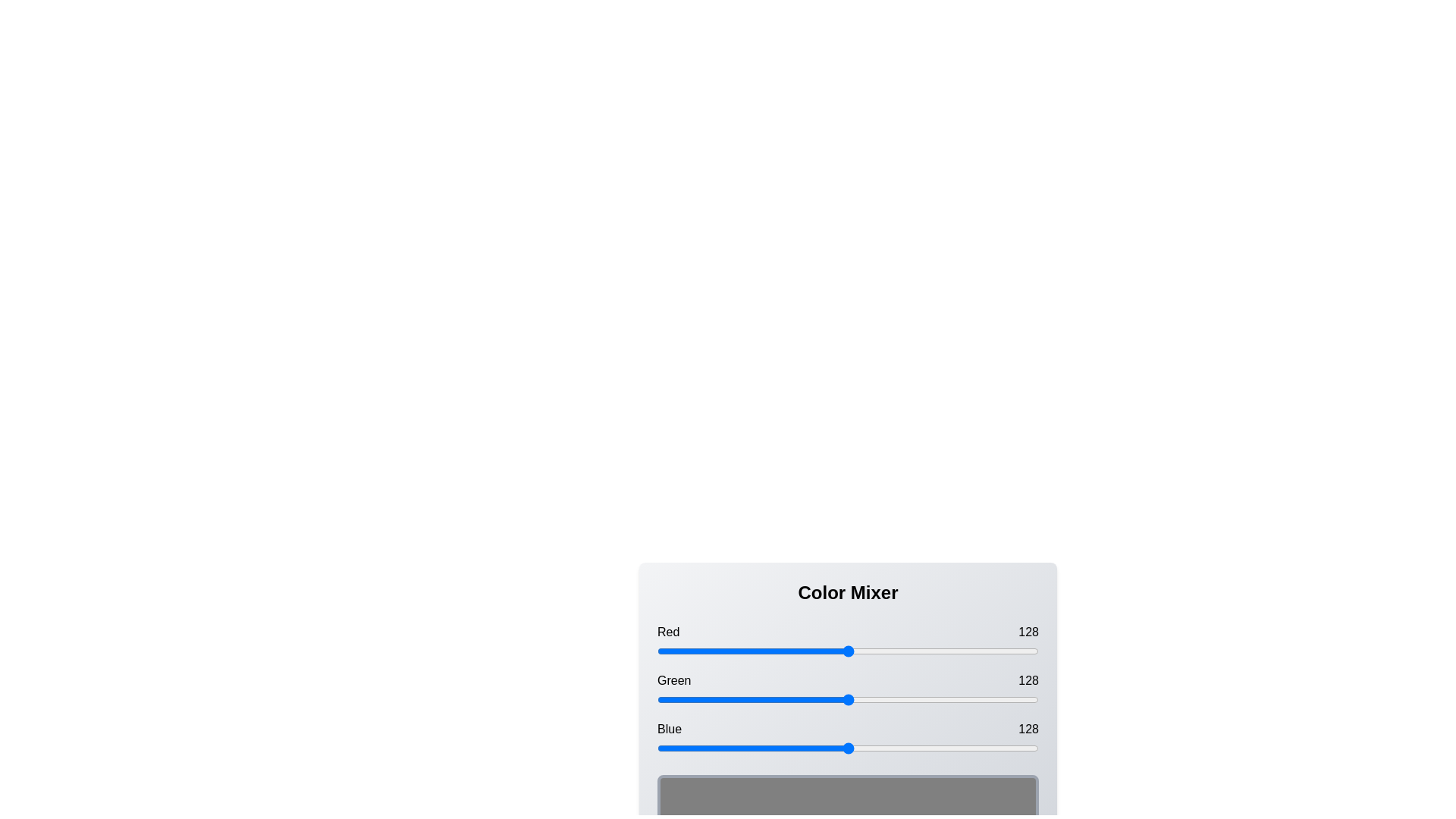 This screenshot has height=819, width=1456. Describe the element at coordinates (840, 699) in the screenshot. I see `the green slider to set its value to 123` at that location.